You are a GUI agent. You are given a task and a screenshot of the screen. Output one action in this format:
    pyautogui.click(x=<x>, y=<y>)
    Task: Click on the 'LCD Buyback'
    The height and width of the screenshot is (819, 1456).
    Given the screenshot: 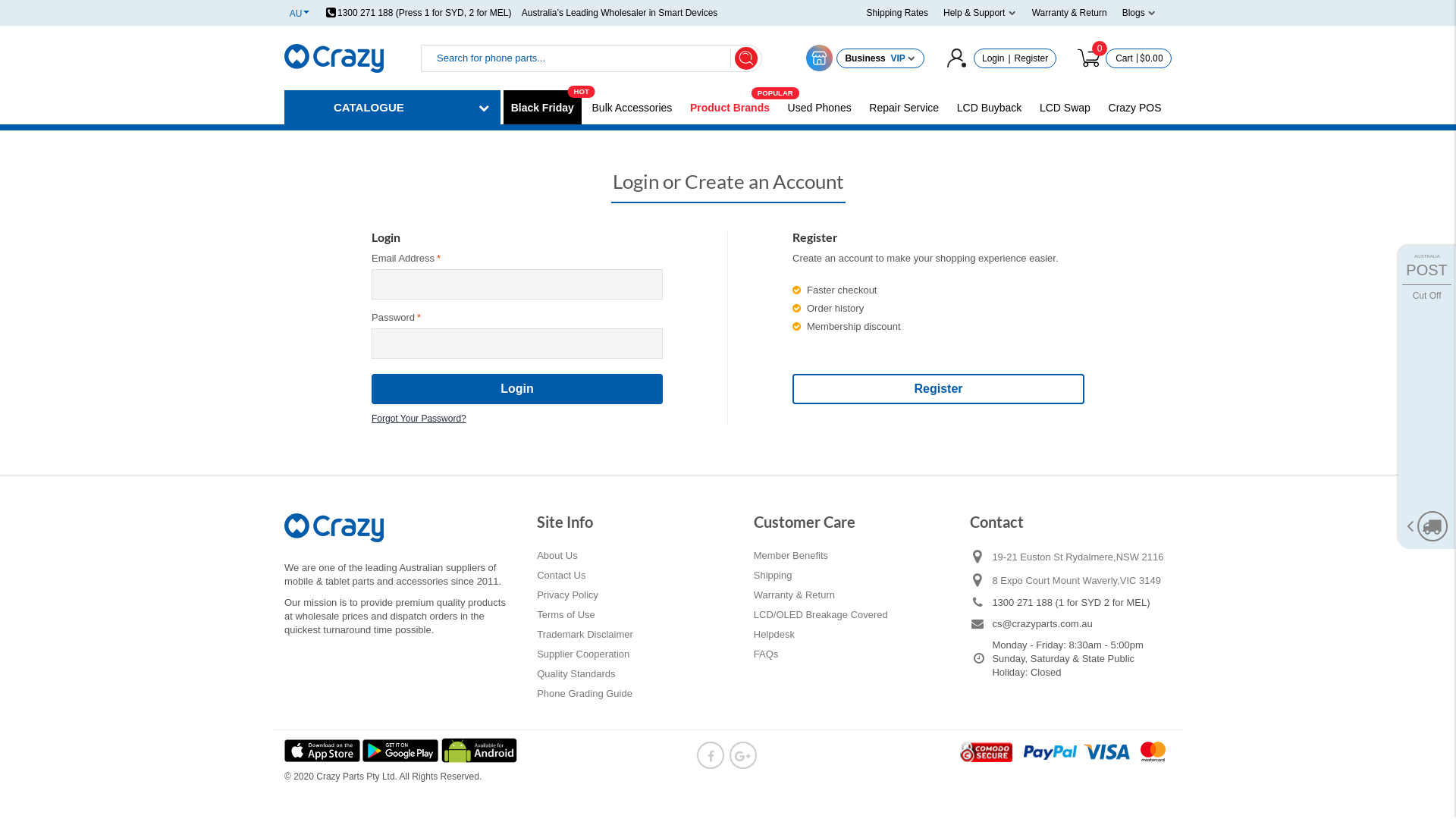 What is the action you would take?
    pyautogui.click(x=990, y=107)
    